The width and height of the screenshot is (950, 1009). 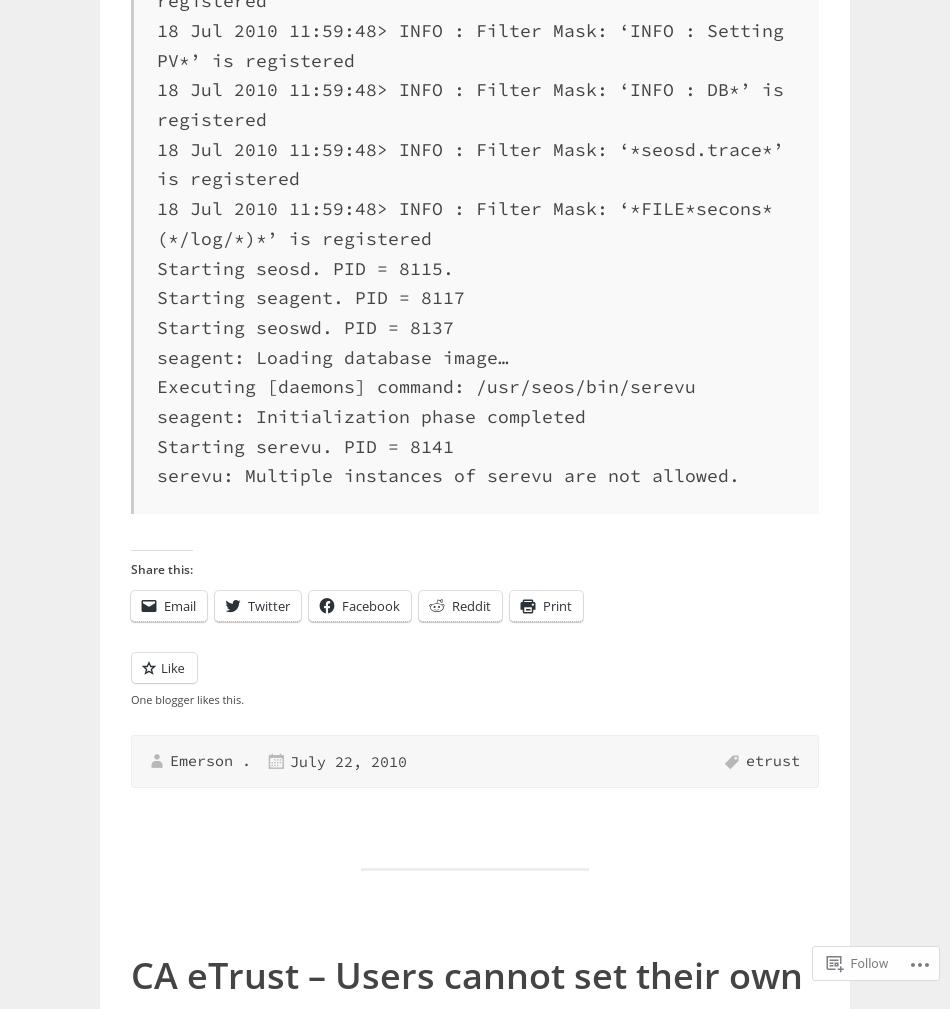 What do you see at coordinates (469, 44) in the screenshot?
I see `'18 Jul 2010 11:59:48> INFO : Filter Mask: ‘INFO : Setting PV*’ is registered'` at bounding box center [469, 44].